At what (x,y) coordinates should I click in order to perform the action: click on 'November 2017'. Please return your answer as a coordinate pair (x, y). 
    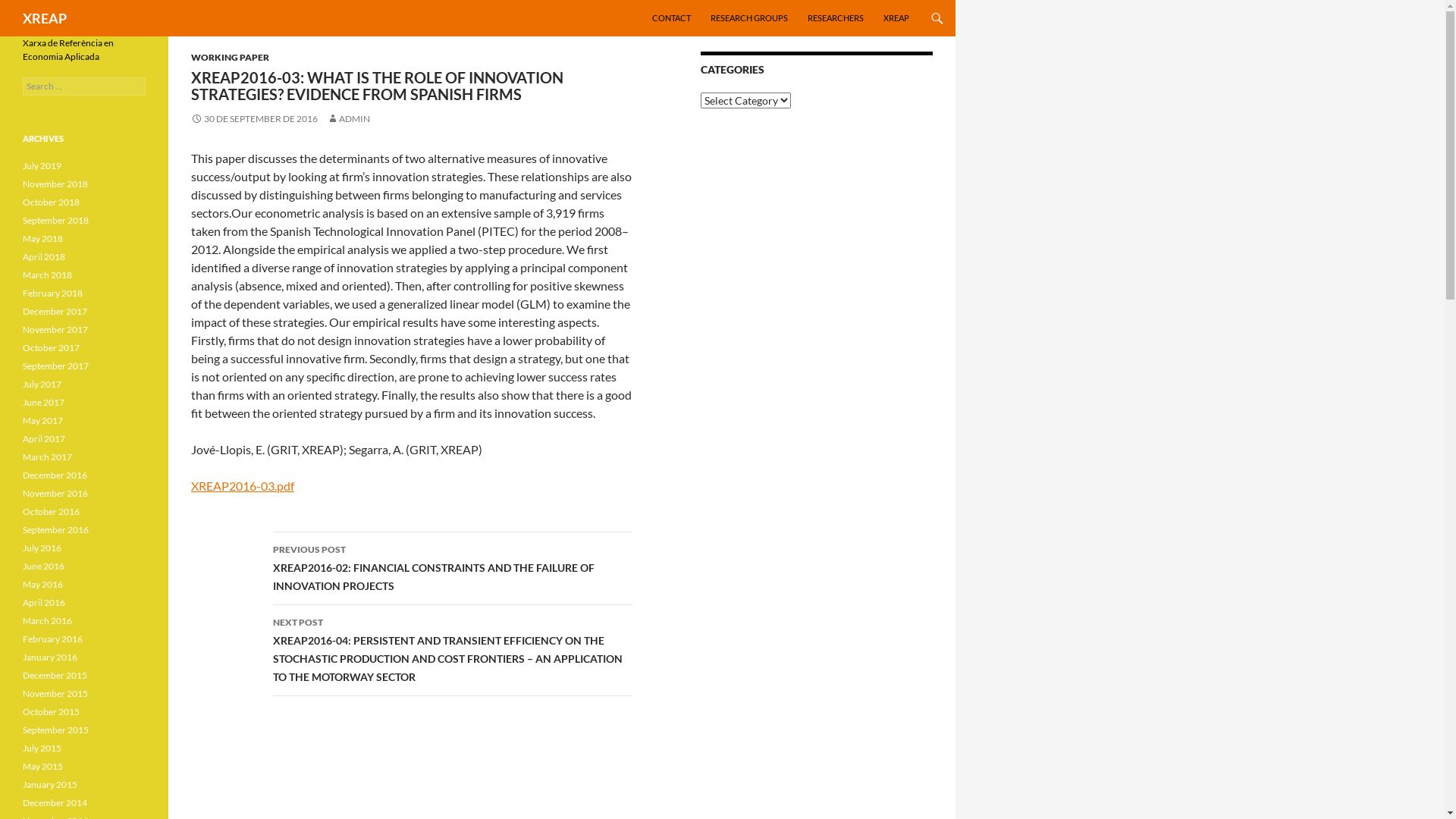
    Looking at the image, I should click on (55, 328).